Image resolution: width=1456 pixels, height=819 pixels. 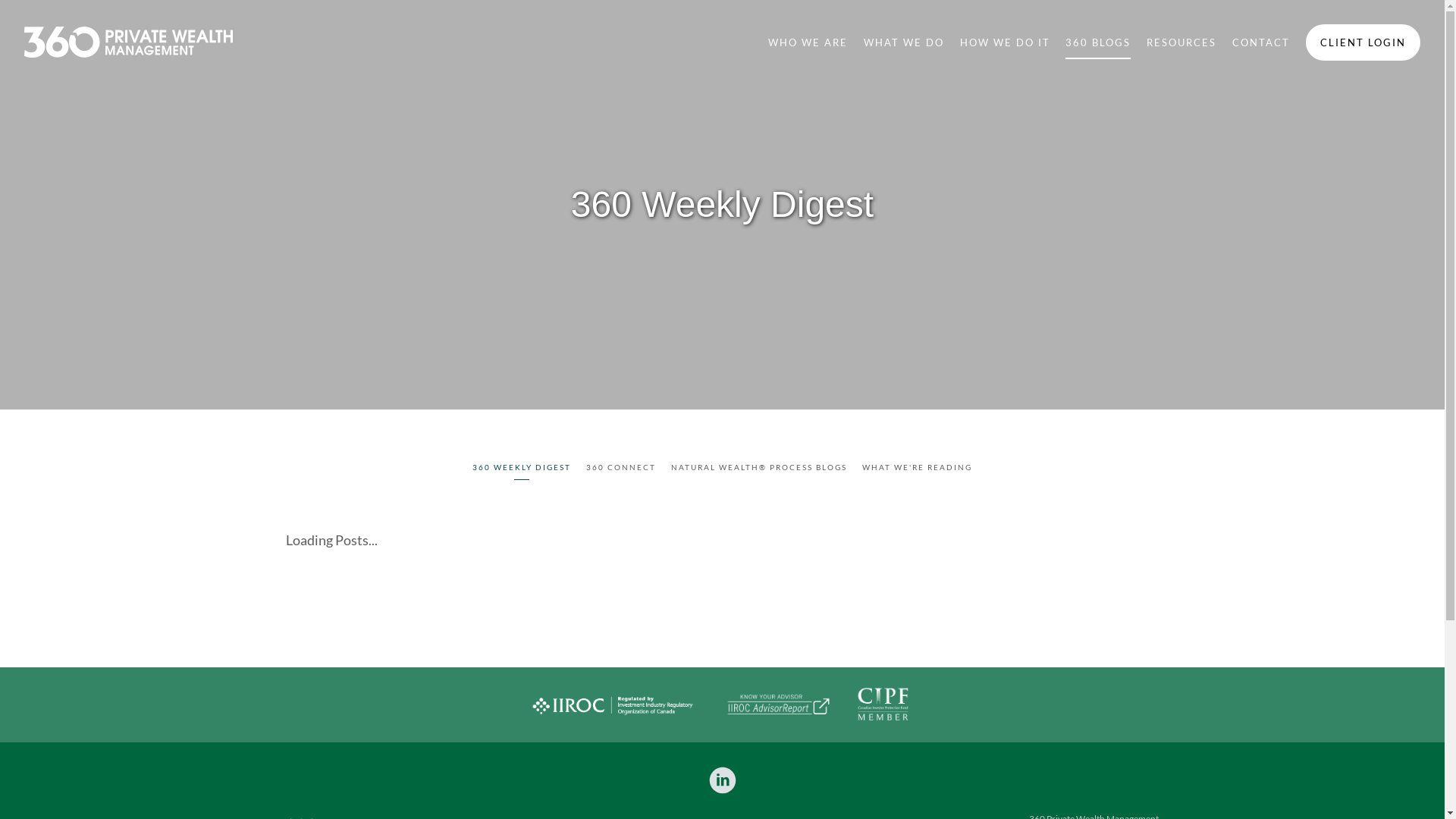 I want to click on '360 WEEKLY DIGEST', so click(x=472, y=468).